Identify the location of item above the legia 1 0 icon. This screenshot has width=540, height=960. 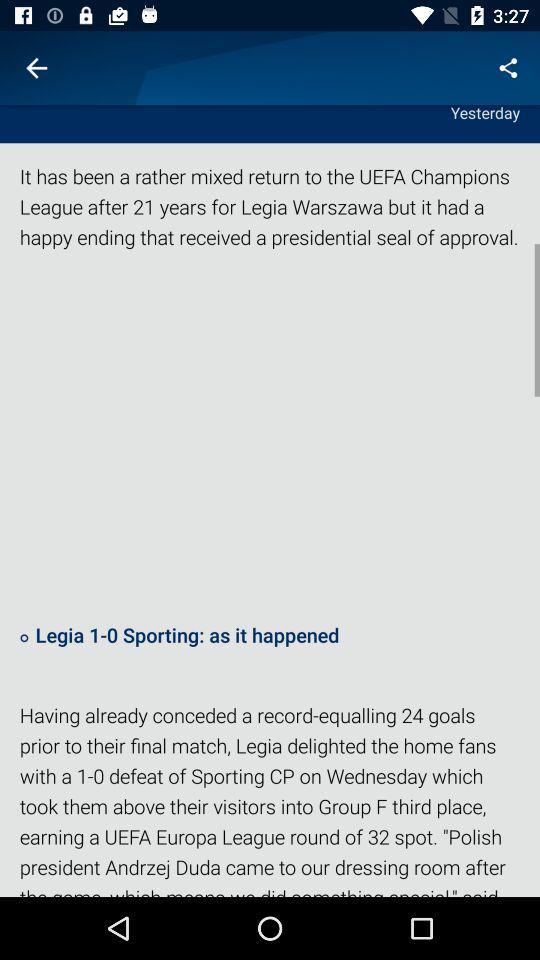
(270, 435).